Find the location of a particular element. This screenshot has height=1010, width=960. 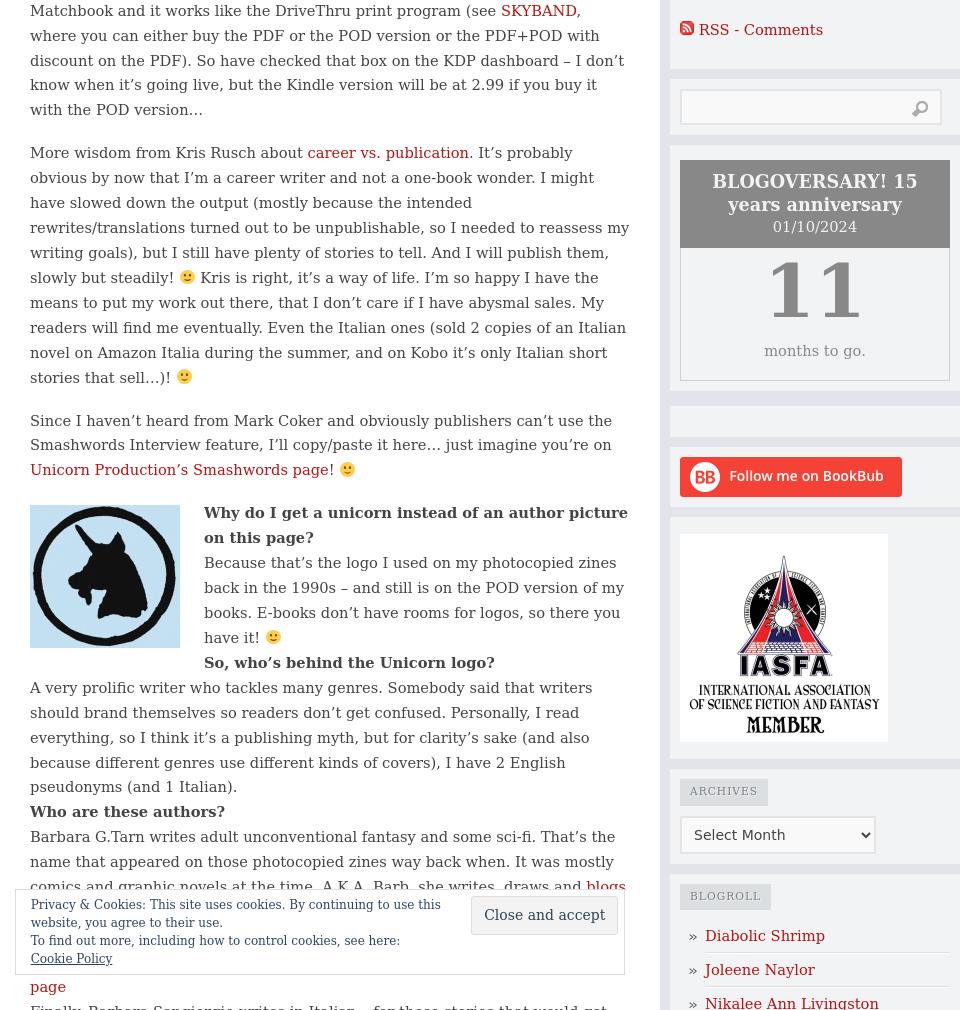

'RSS - Comments' is located at coordinates (759, 27).